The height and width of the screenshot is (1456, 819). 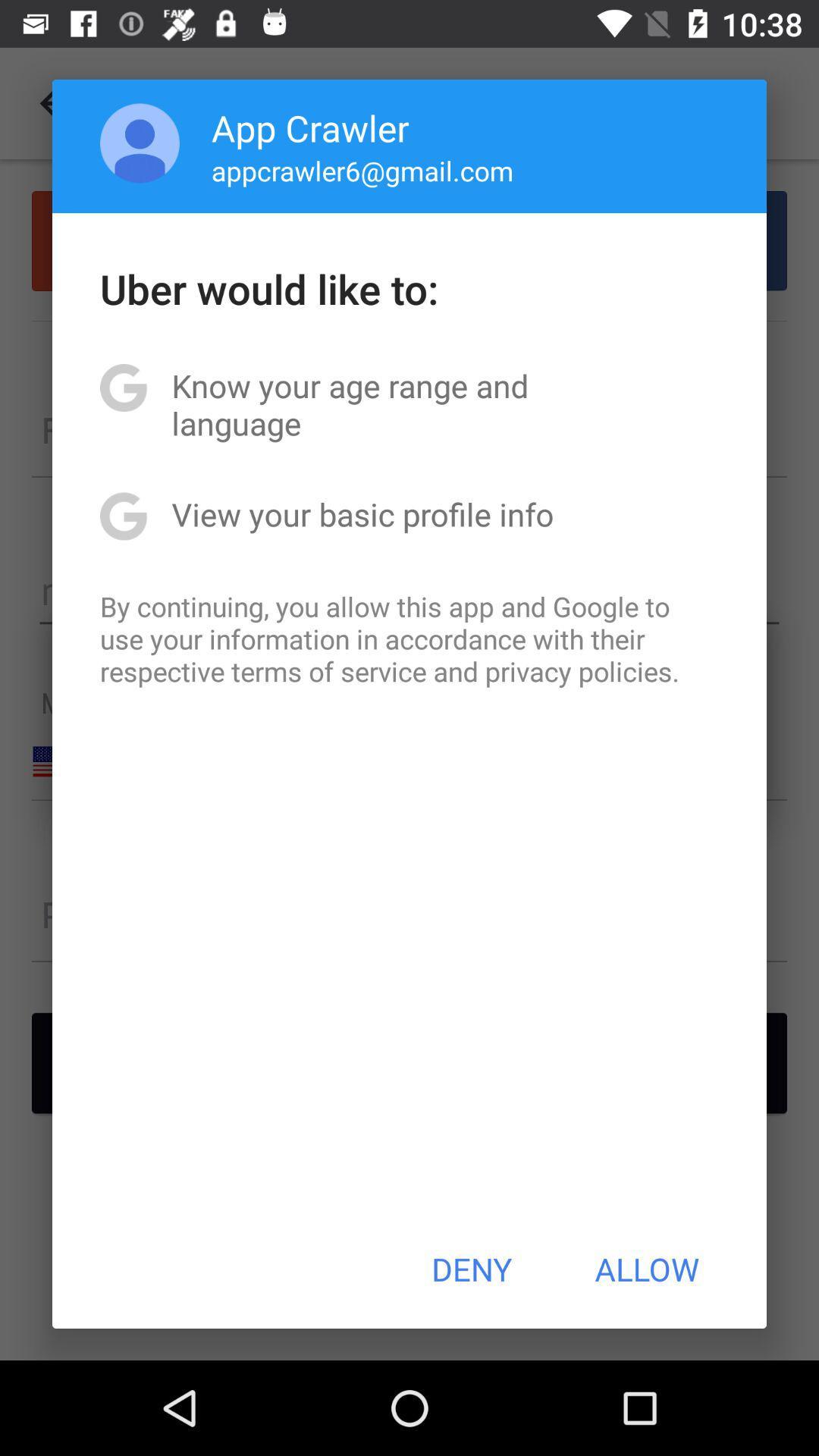 I want to click on the app below the know your age item, so click(x=362, y=513).